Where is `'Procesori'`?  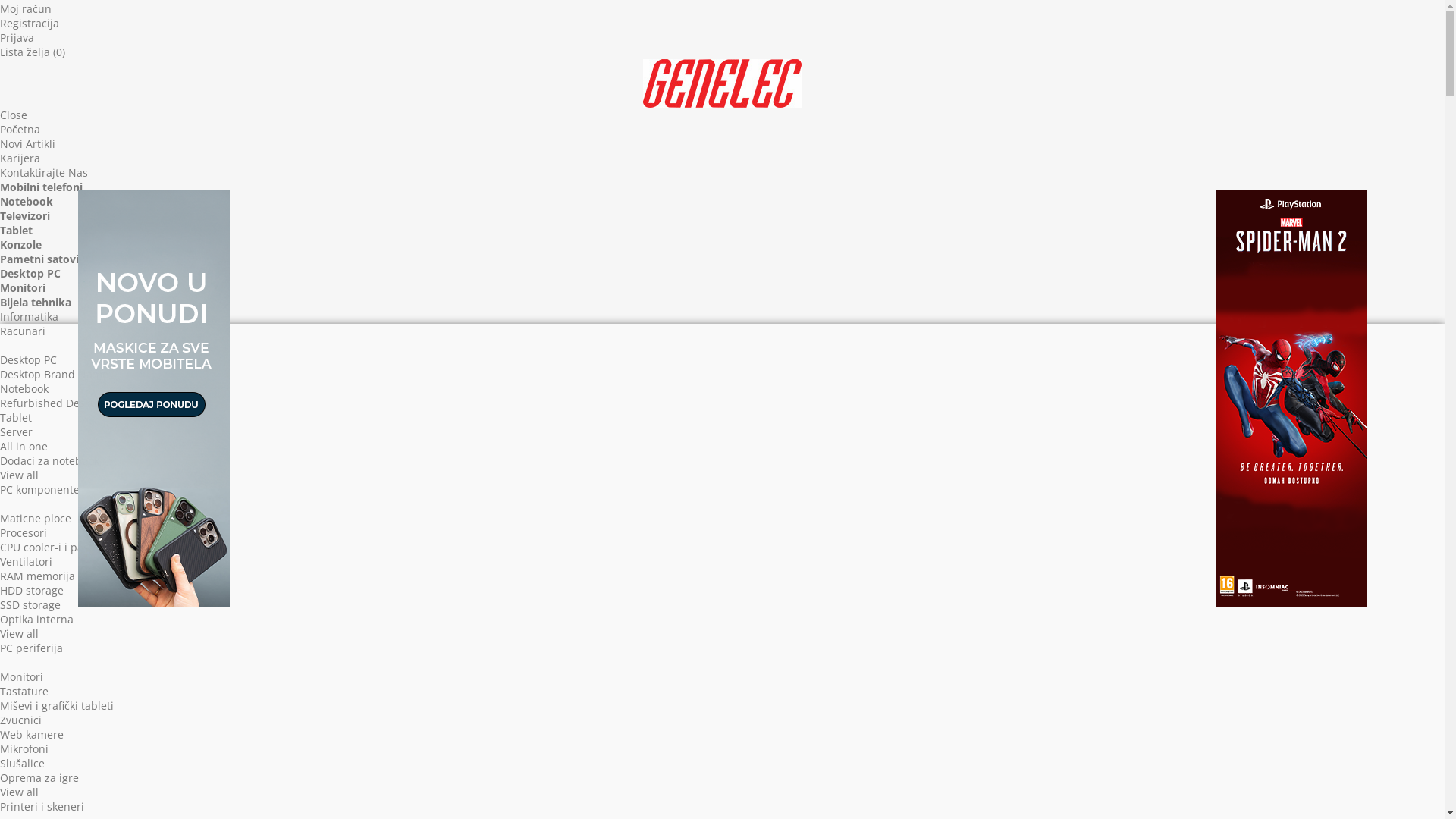
'Procesori' is located at coordinates (0, 532).